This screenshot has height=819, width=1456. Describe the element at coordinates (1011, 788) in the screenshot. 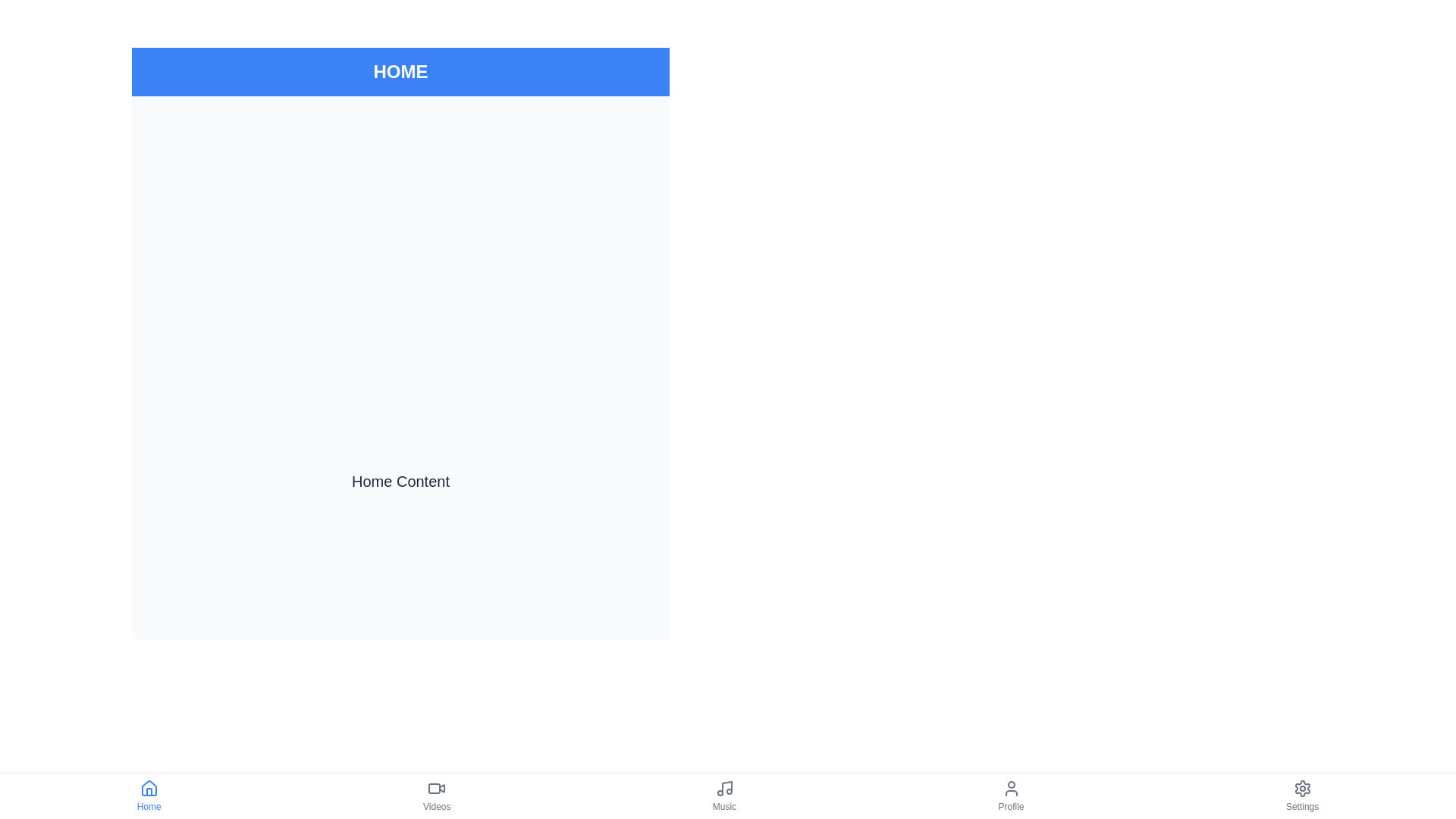

I see `the profile icon, which resembles a person and is located in the bottom navigation bar under the 'Profile' label` at that location.